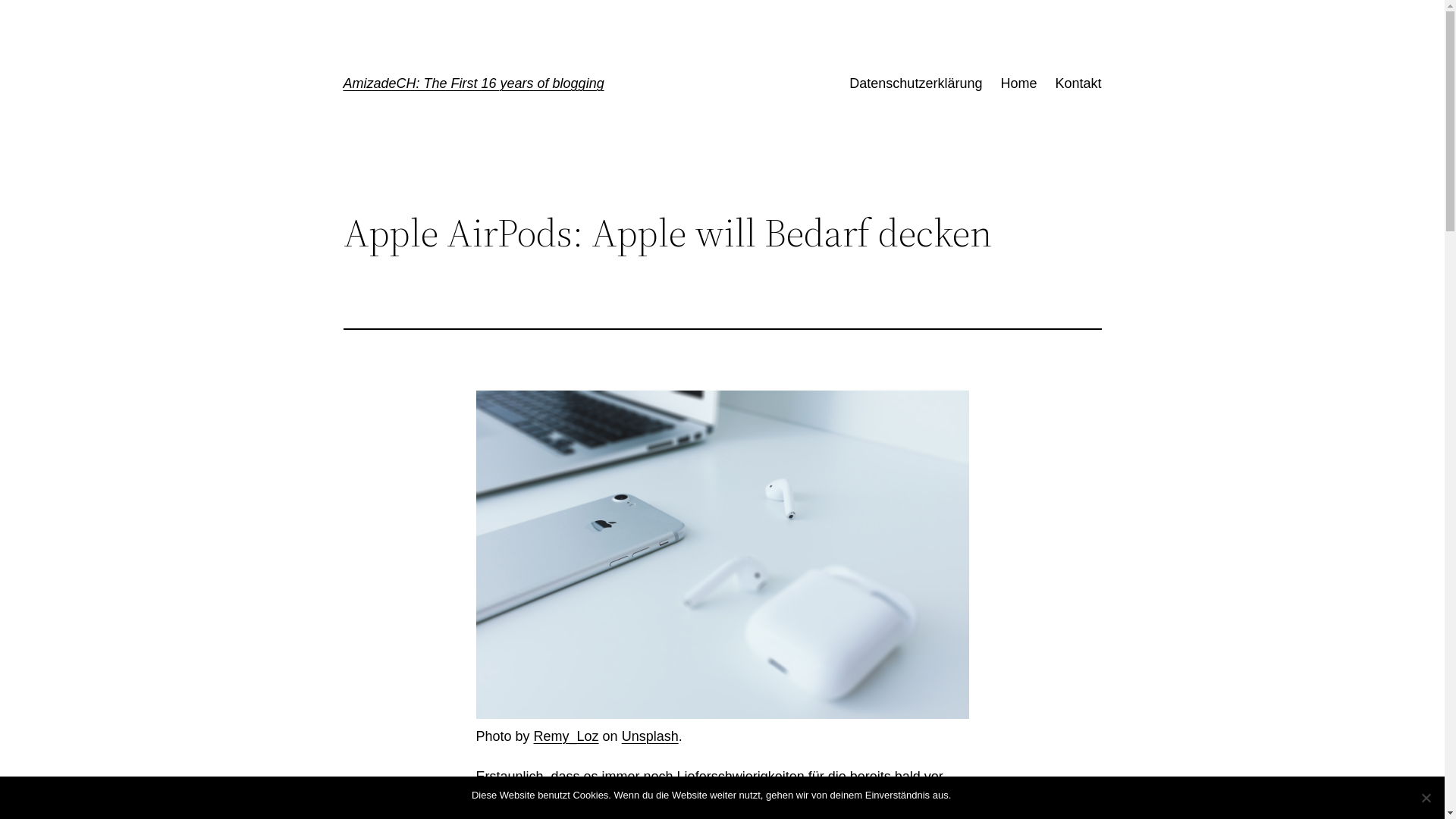  Describe the element at coordinates (650, 736) in the screenshot. I see `'Unsplash'` at that location.